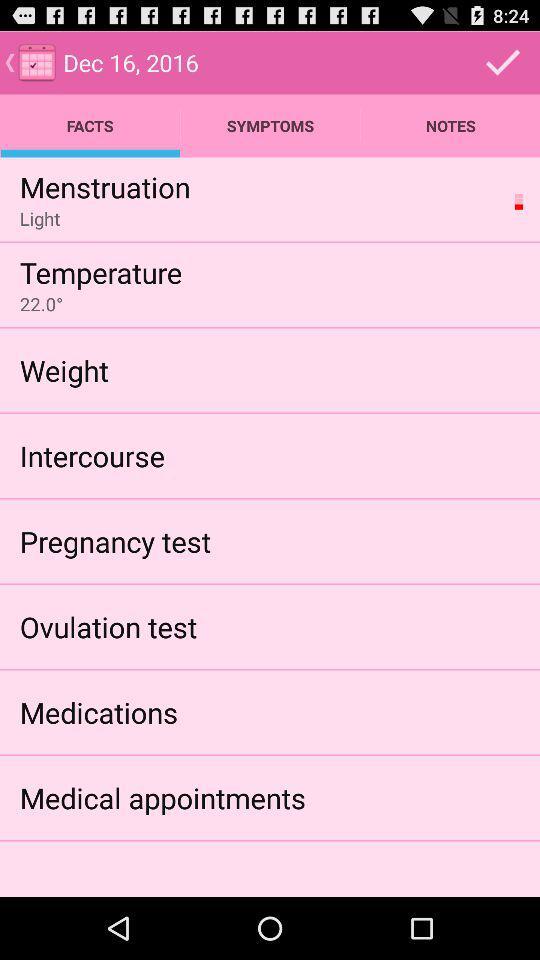 This screenshot has width=540, height=960. What do you see at coordinates (518, 201) in the screenshot?
I see `the item next to the menstruation` at bounding box center [518, 201].